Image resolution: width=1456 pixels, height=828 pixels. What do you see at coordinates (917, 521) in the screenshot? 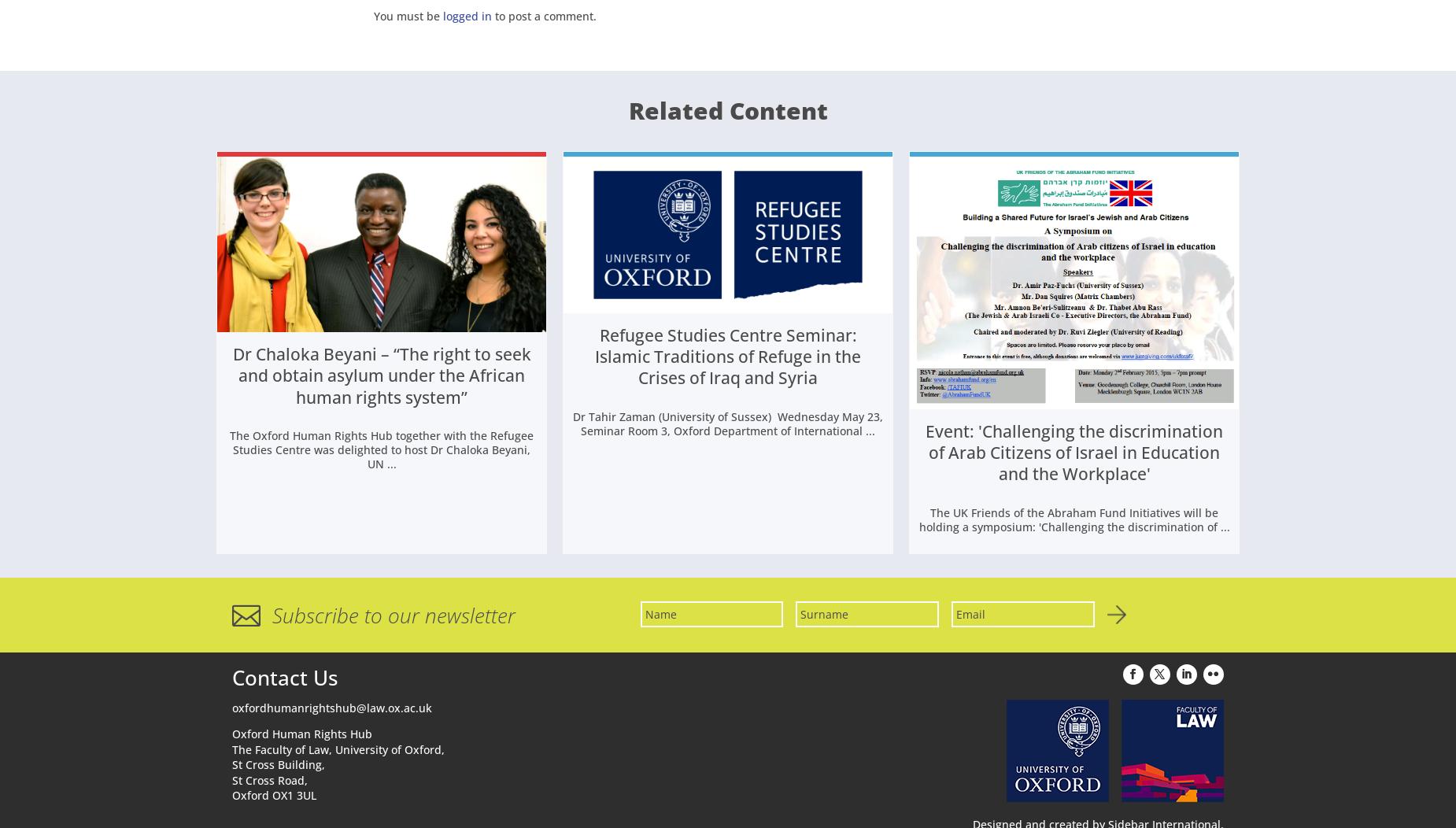
I see `'The UK Friends of the Abraham Fund Initiatives will be holding a symposium:

'Challenging the discrimination of ...'` at bounding box center [917, 521].